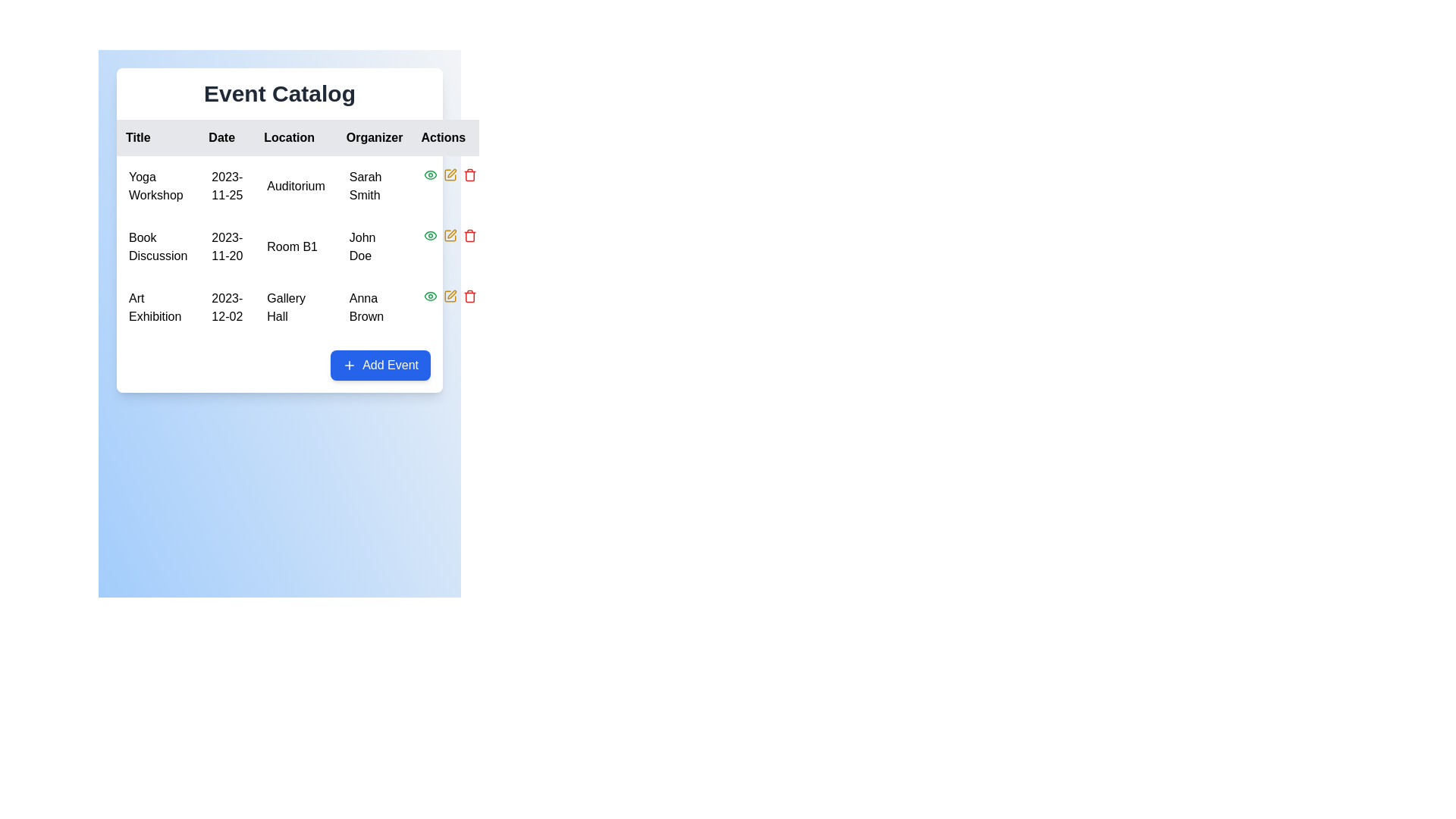  What do you see at coordinates (375, 137) in the screenshot?
I see `the 'Organizer' column header, which is the fourth header in a table structure, displayed in bold black text against a white background` at bounding box center [375, 137].